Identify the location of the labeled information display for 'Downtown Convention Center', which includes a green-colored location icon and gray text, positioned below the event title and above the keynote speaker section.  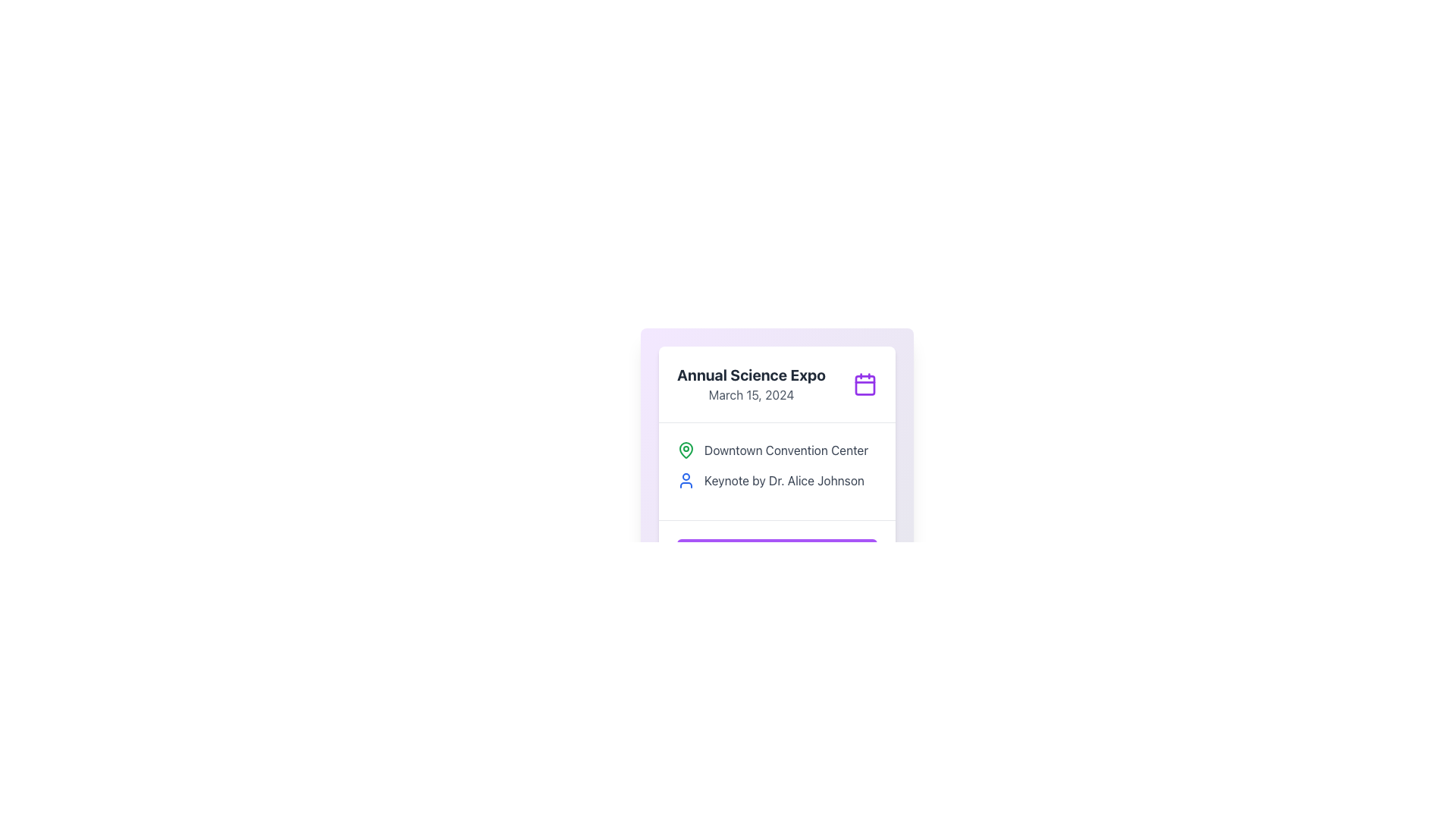
(777, 450).